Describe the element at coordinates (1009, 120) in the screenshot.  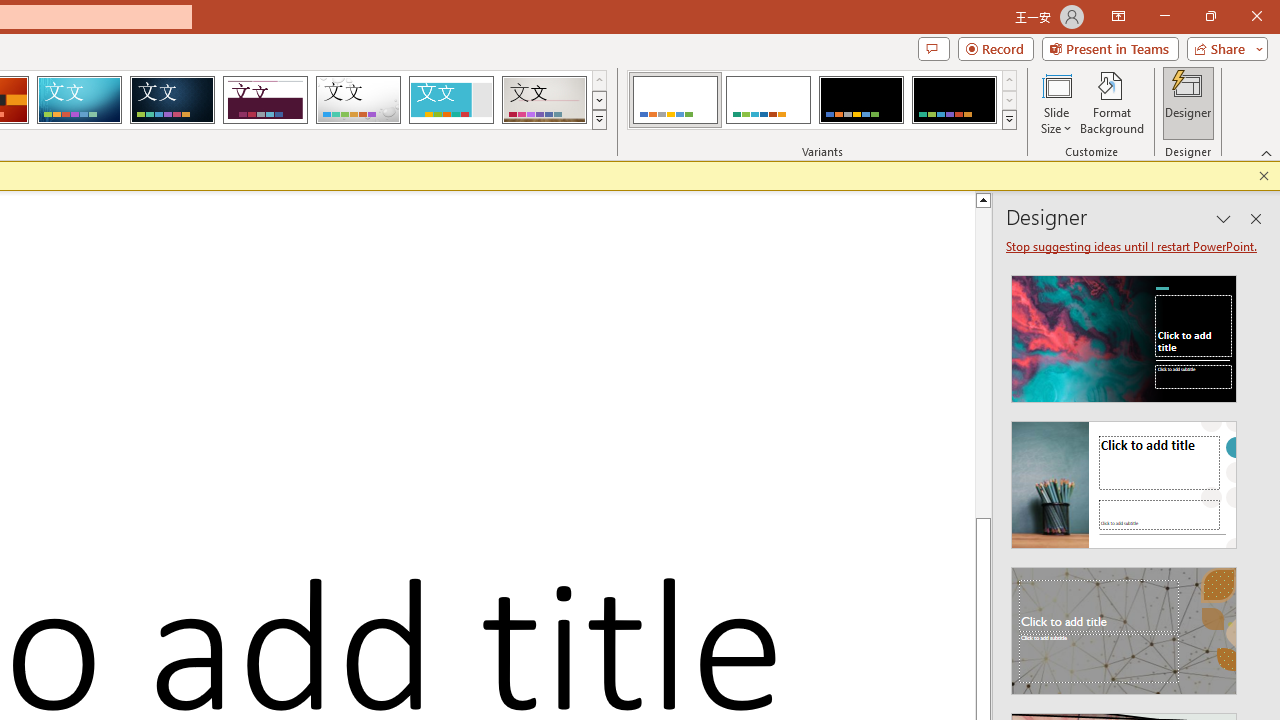
I see `'Variants'` at that location.